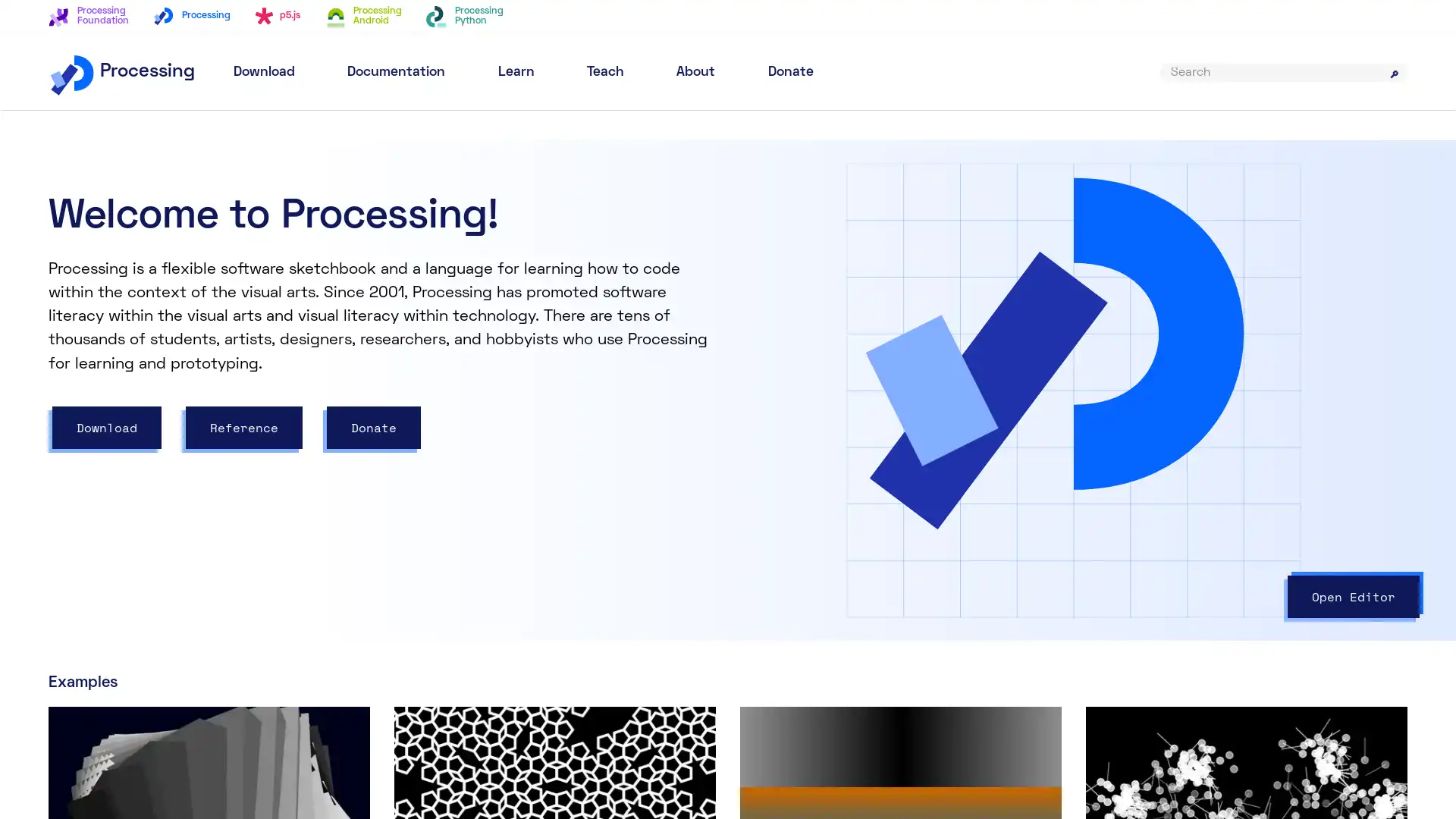 This screenshot has width=1456, height=819. Describe the element at coordinates (1156, 416) in the screenshot. I see `change position` at that location.